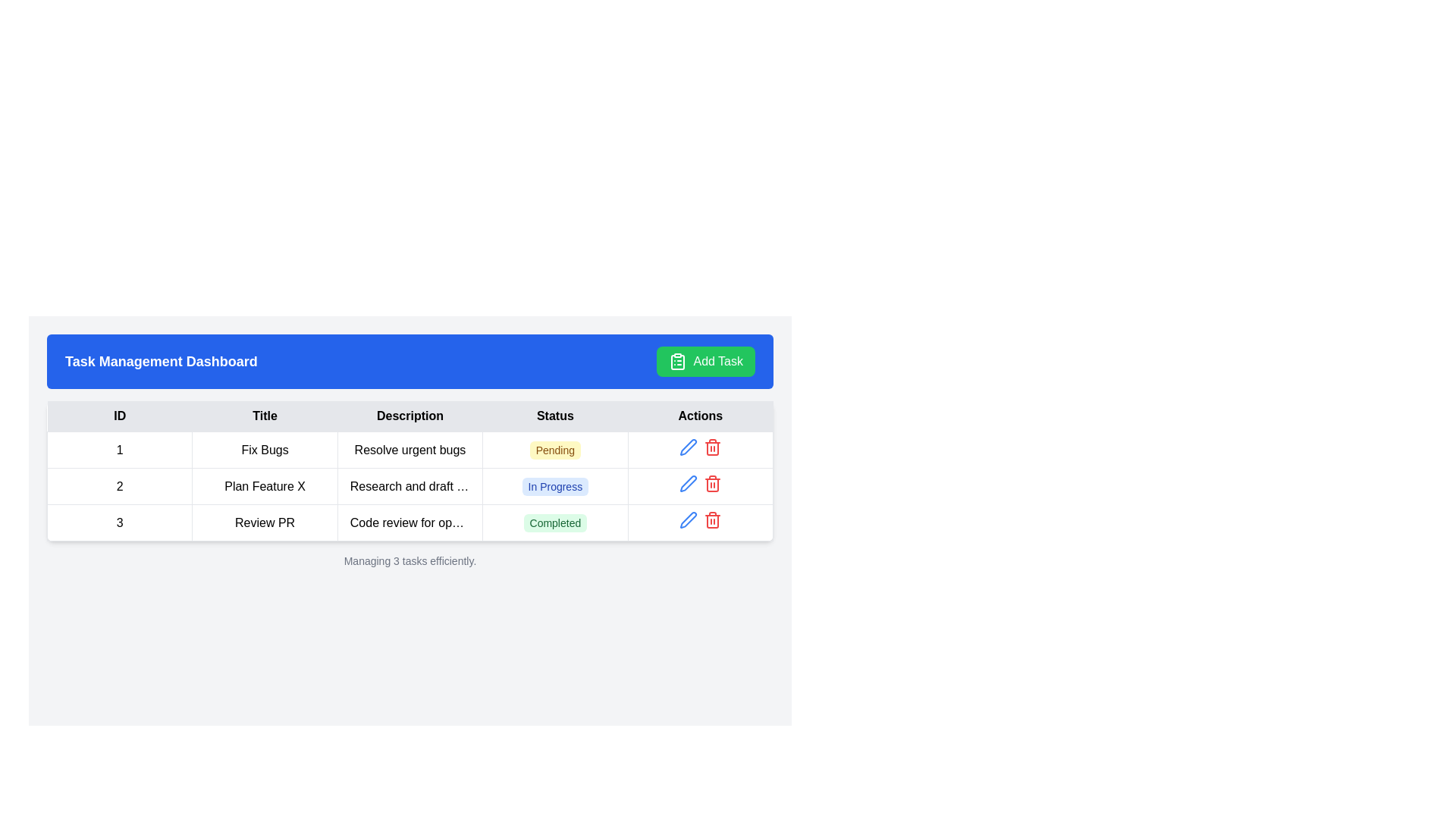 This screenshot has width=1456, height=819. What do you see at coordinates (687, 519) in the screenshot?
I see `the blue pen icon in the 'Actions' column of the second row of the table` at bounding box center [687, 519].